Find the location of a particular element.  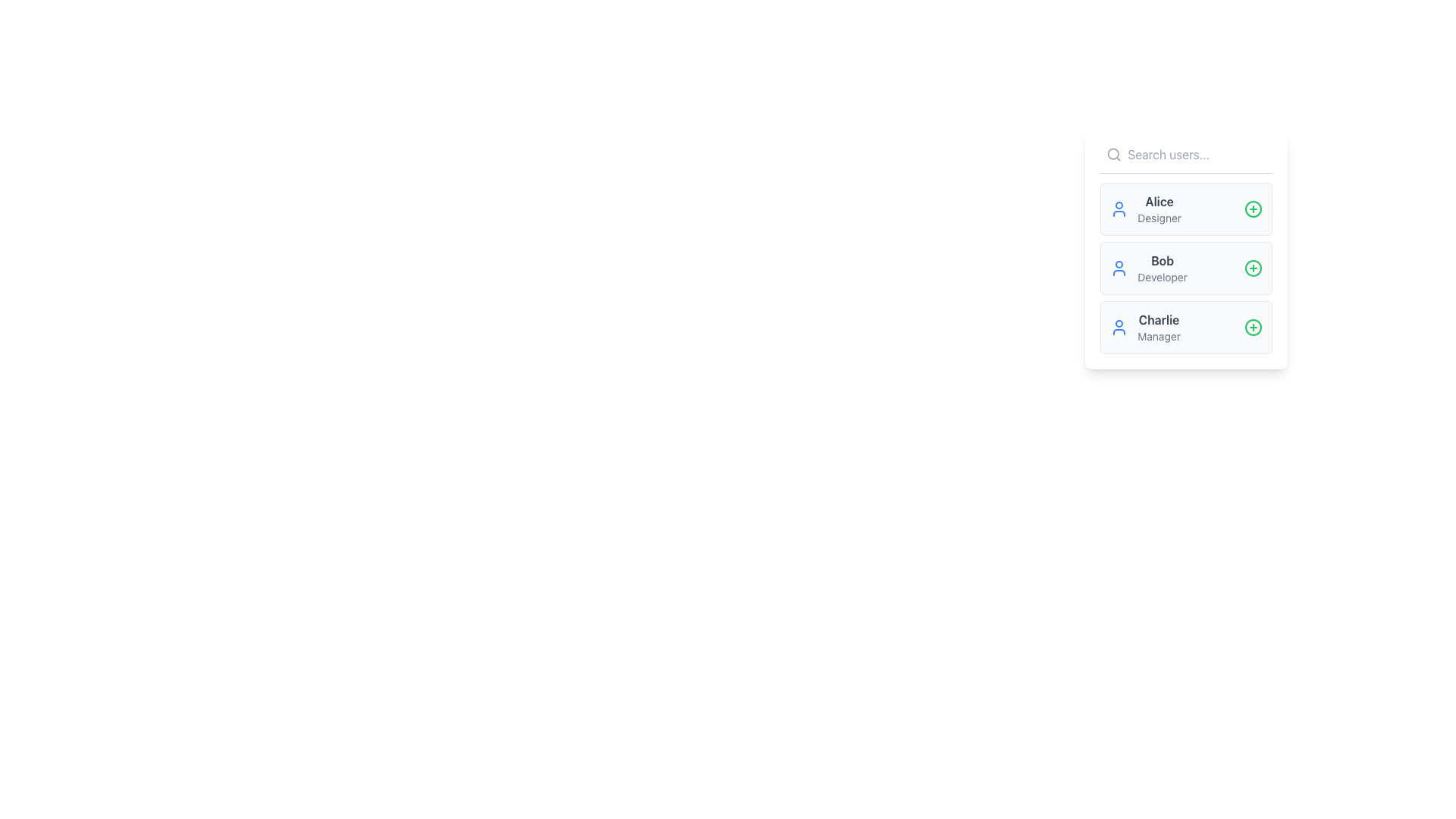

the static text label reading 'Developer' which is styled in a smaller font and lighter gray color, positioned beneath the name 'Bob' in a user card interface is located at coordinates (1162, 278).